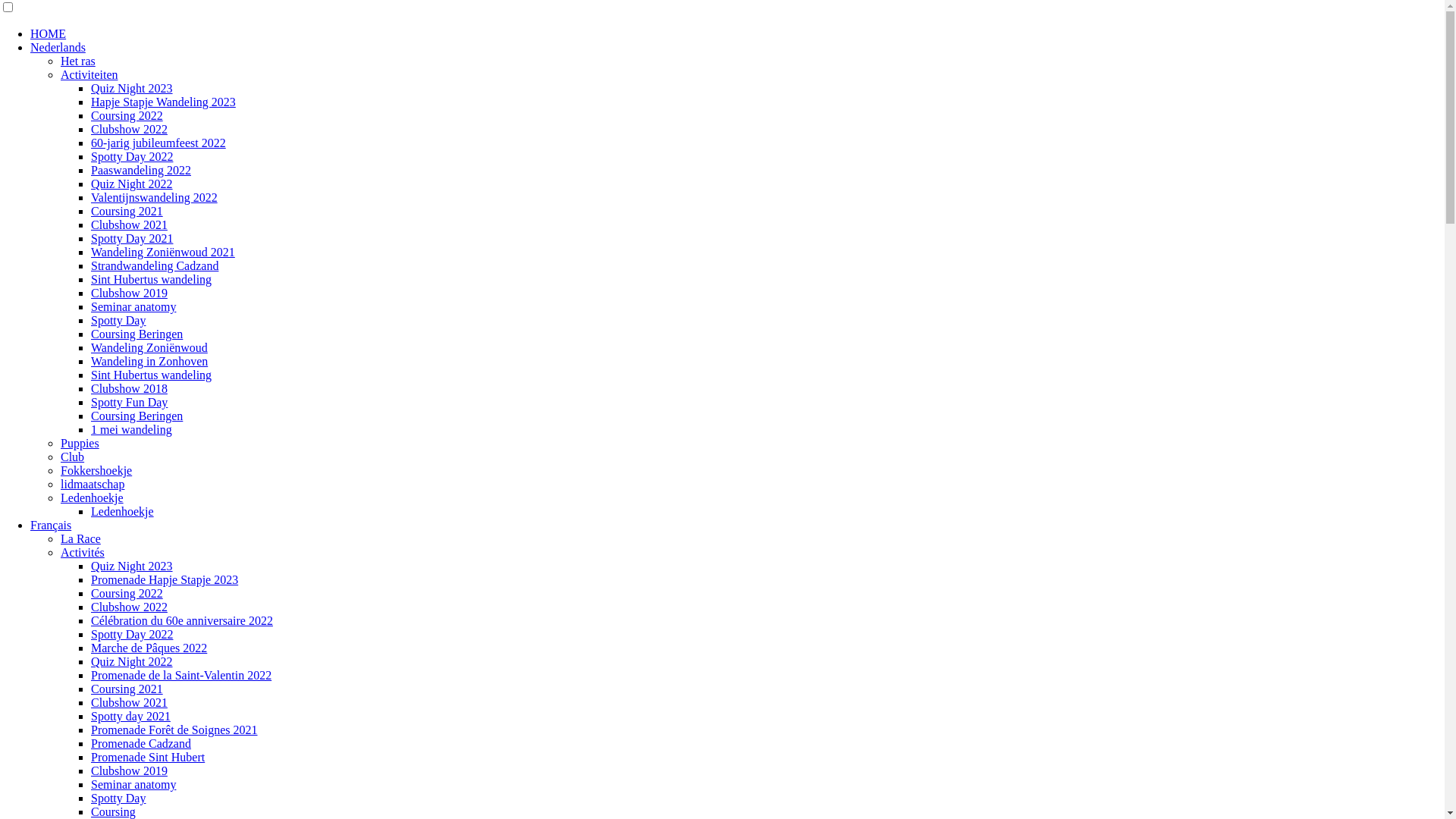 The image size is (1456, 819). Describe the element at coordinates (130, 716) in the screenshot. I see `'Spotty day 2021'` at that location.